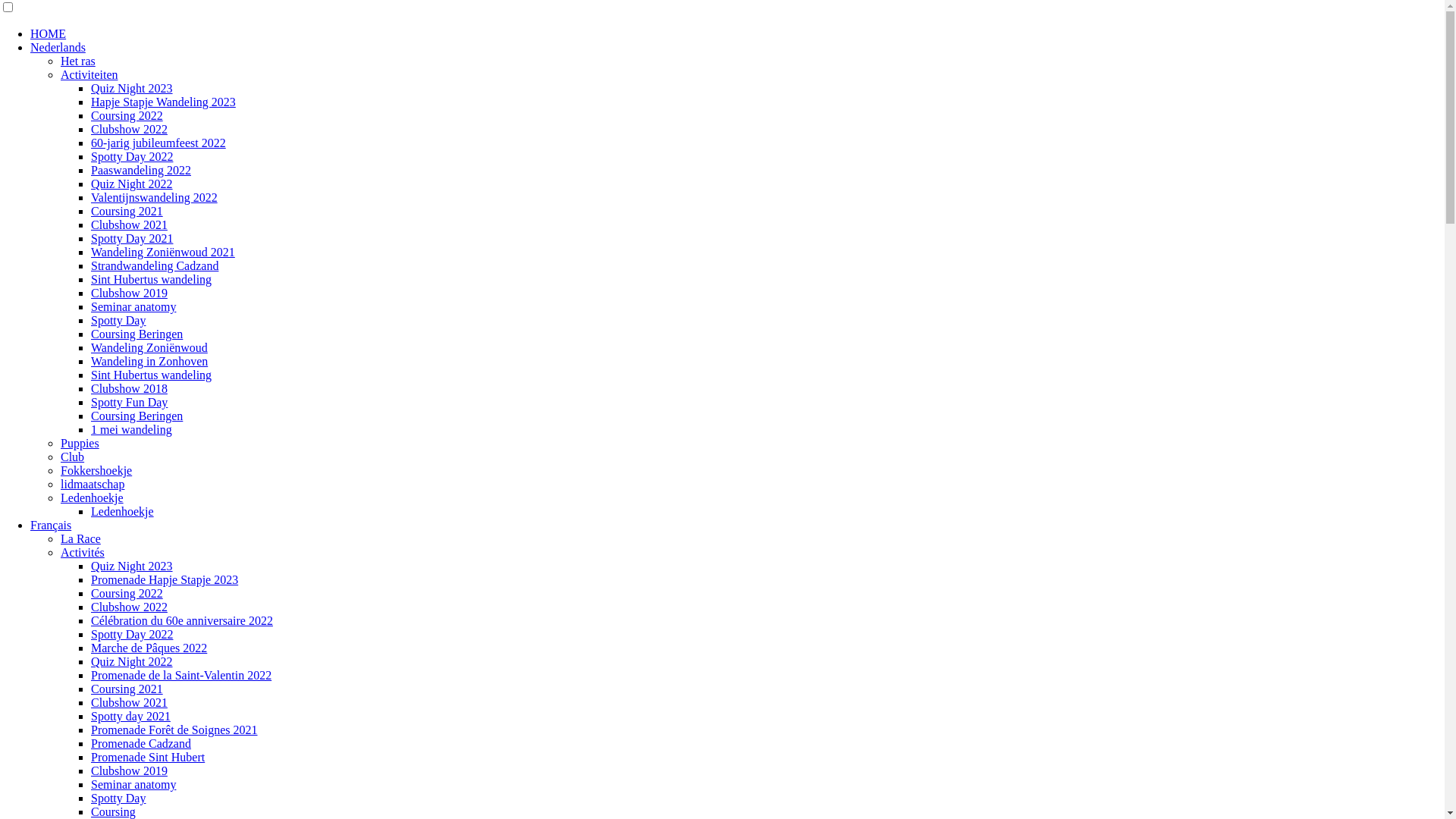 The image size is (1456, 819). Describe the element at coordinates (130, 716) in the screenshot. I see `'Spotty day 2021'` at that location.